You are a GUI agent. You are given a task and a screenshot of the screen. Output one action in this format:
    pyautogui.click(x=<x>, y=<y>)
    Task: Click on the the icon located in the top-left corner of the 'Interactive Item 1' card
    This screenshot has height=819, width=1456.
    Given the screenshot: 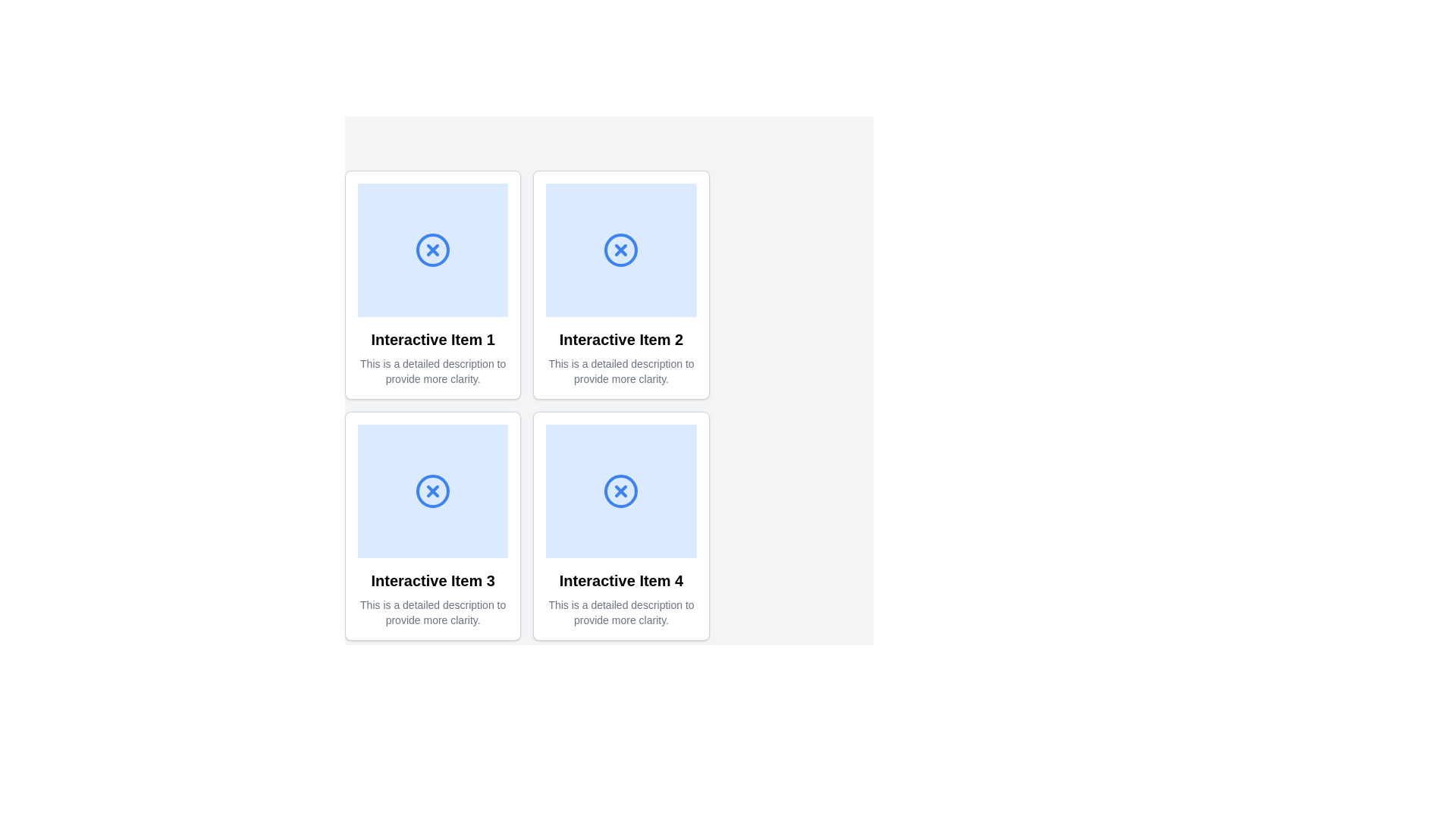 What is the action you would take?
    pyautogui.click(x=432, y=249)
    